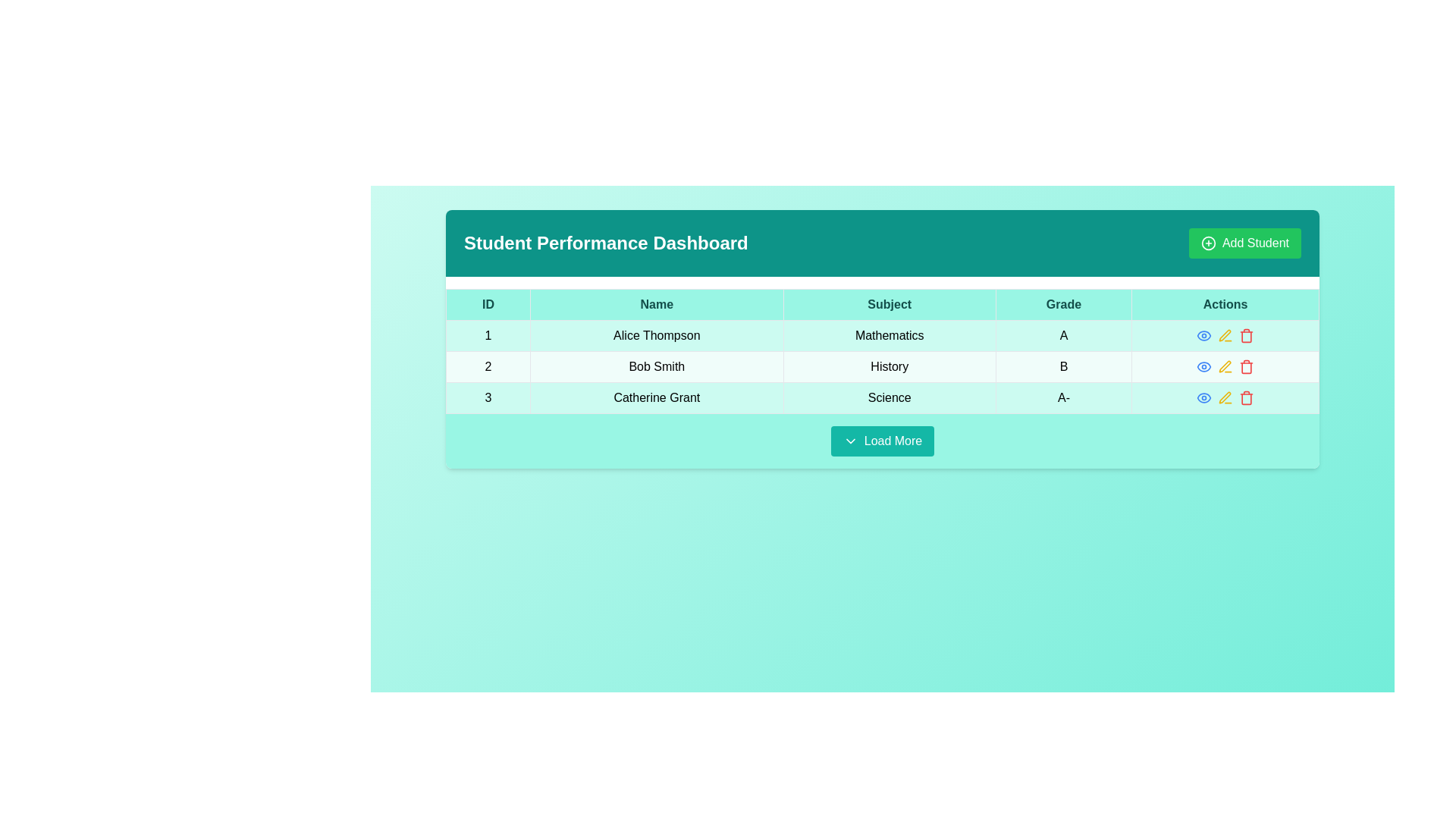  What do you see at coordinates (882, 397) in the screenshot?
I see `the table row displaying the information for 'Catherine Grant', which is located in the third row of the data table under the 'Student Performance Dashboard' heading` at bounding box center [882, 397].